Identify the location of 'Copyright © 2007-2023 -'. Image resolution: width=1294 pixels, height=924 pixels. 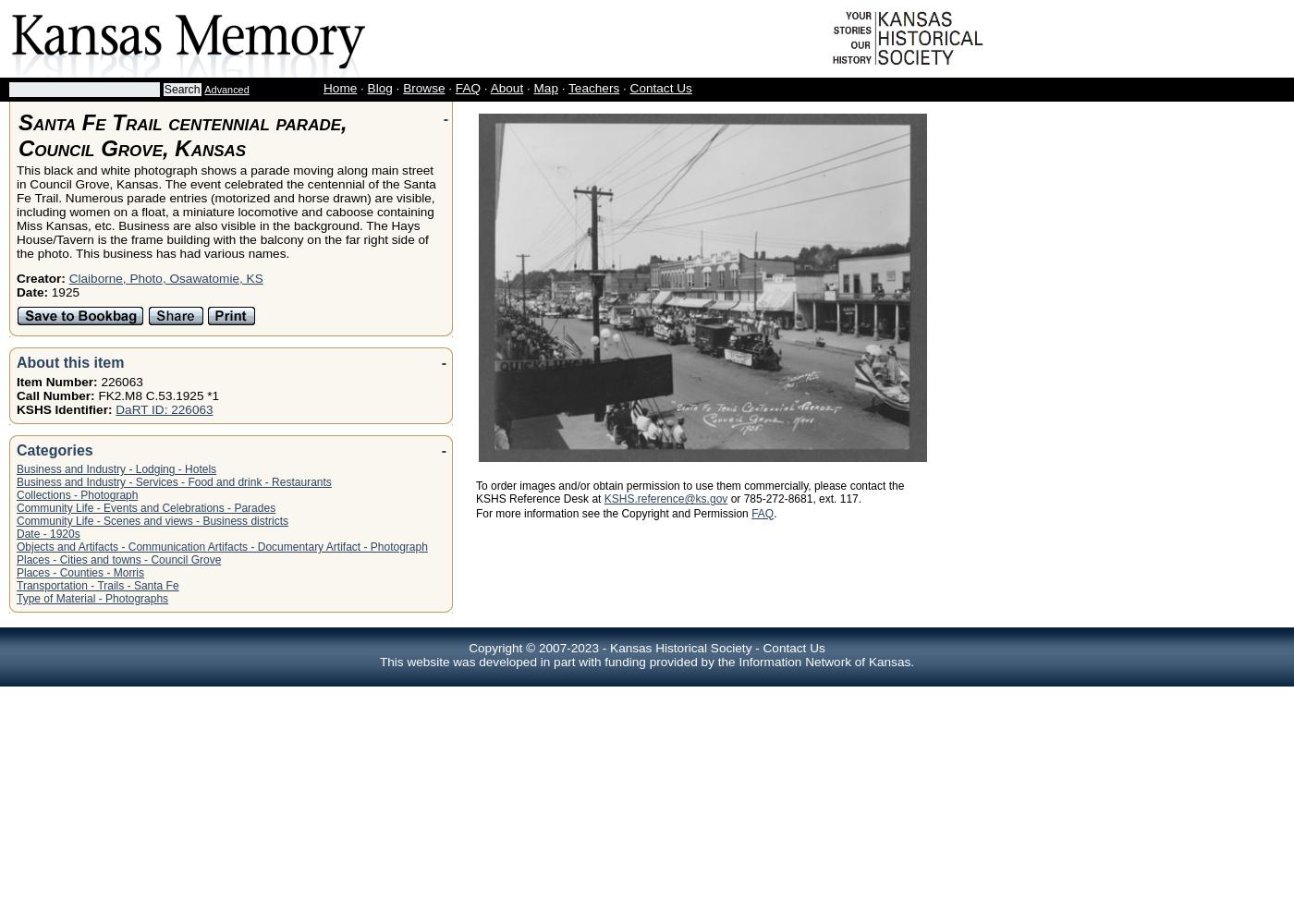
(539, 647).